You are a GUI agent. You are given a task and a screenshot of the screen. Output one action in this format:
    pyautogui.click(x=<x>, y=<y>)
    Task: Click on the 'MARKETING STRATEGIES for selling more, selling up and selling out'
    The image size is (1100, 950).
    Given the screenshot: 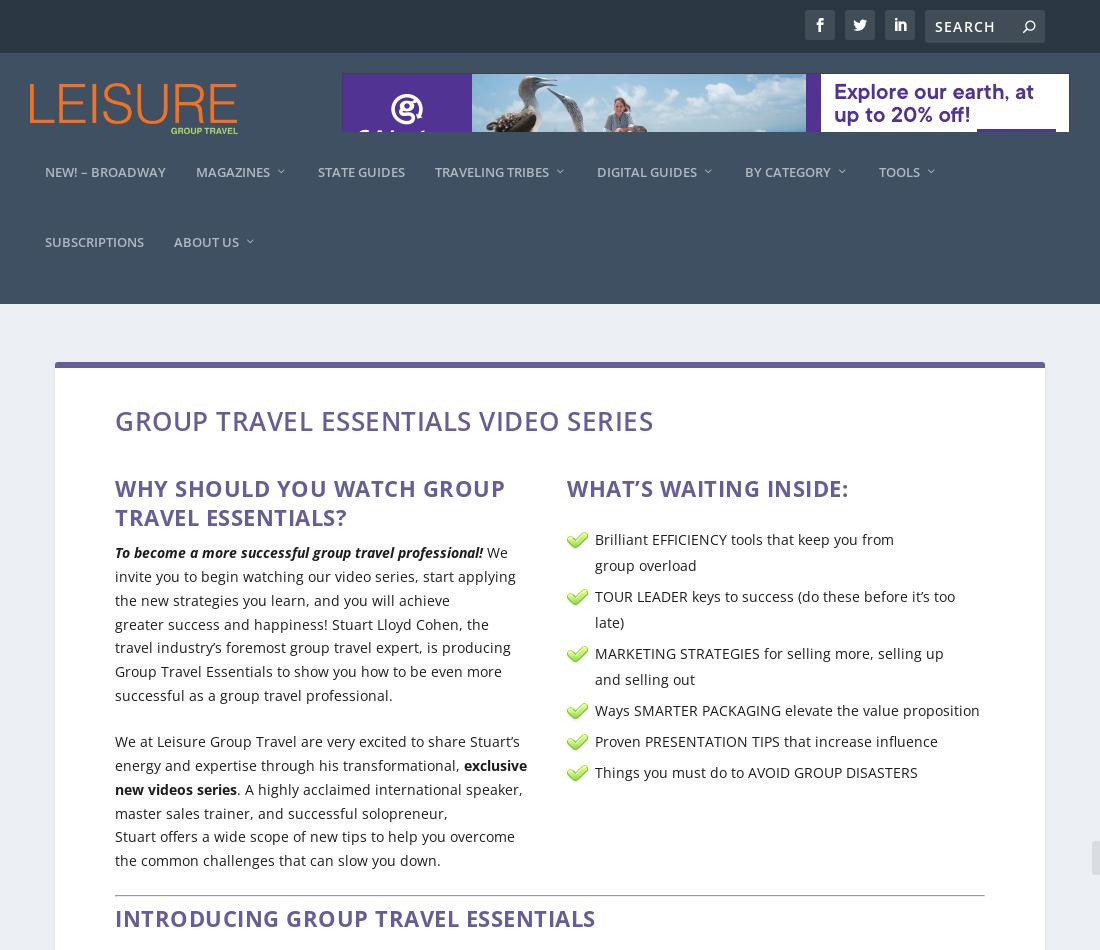 What is the action you would take?
    pyautogui.click(x=769, y=647)
    